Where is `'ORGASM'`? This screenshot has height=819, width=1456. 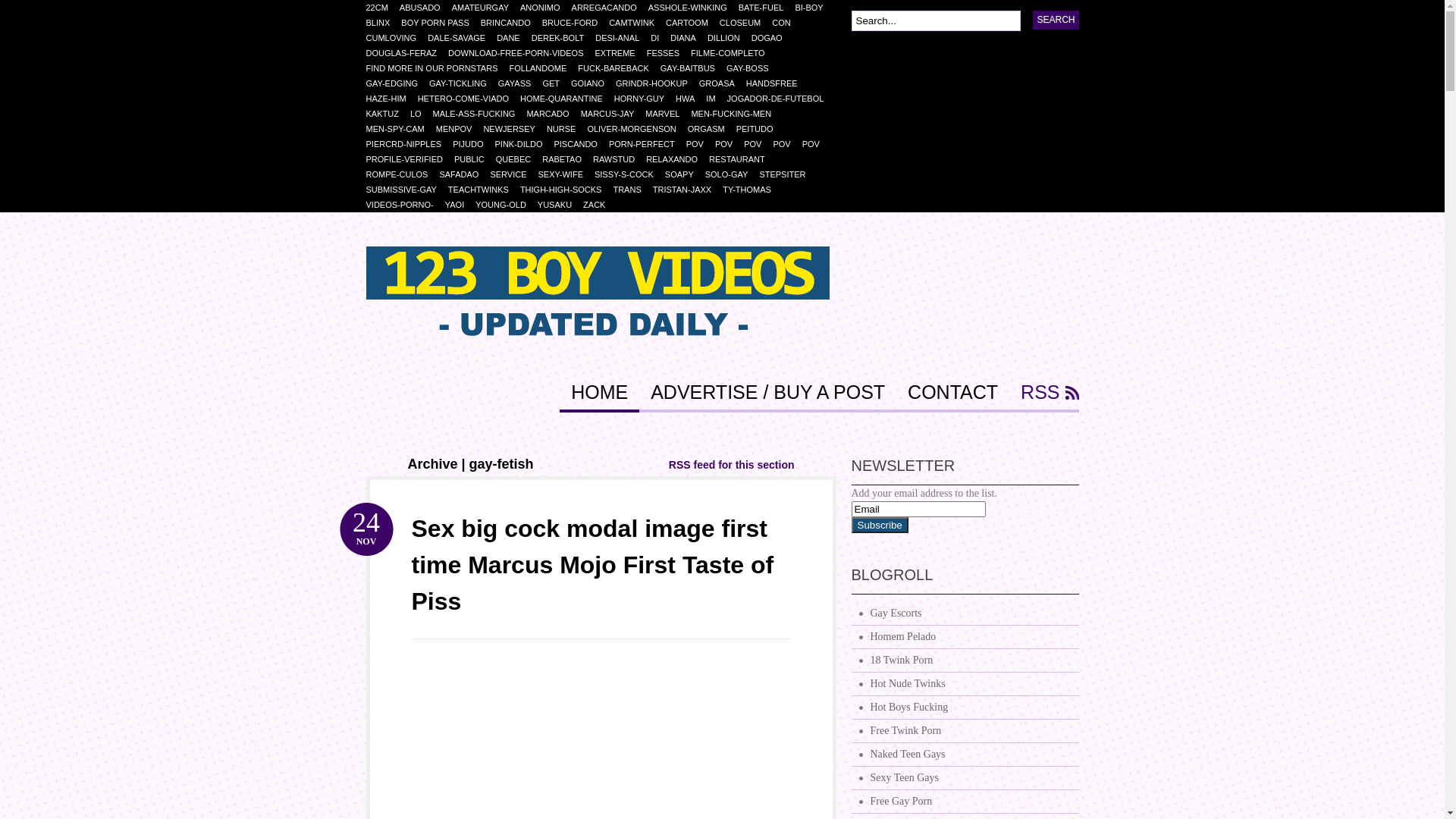 'ORGASM' is located at coordinates (711, 127).